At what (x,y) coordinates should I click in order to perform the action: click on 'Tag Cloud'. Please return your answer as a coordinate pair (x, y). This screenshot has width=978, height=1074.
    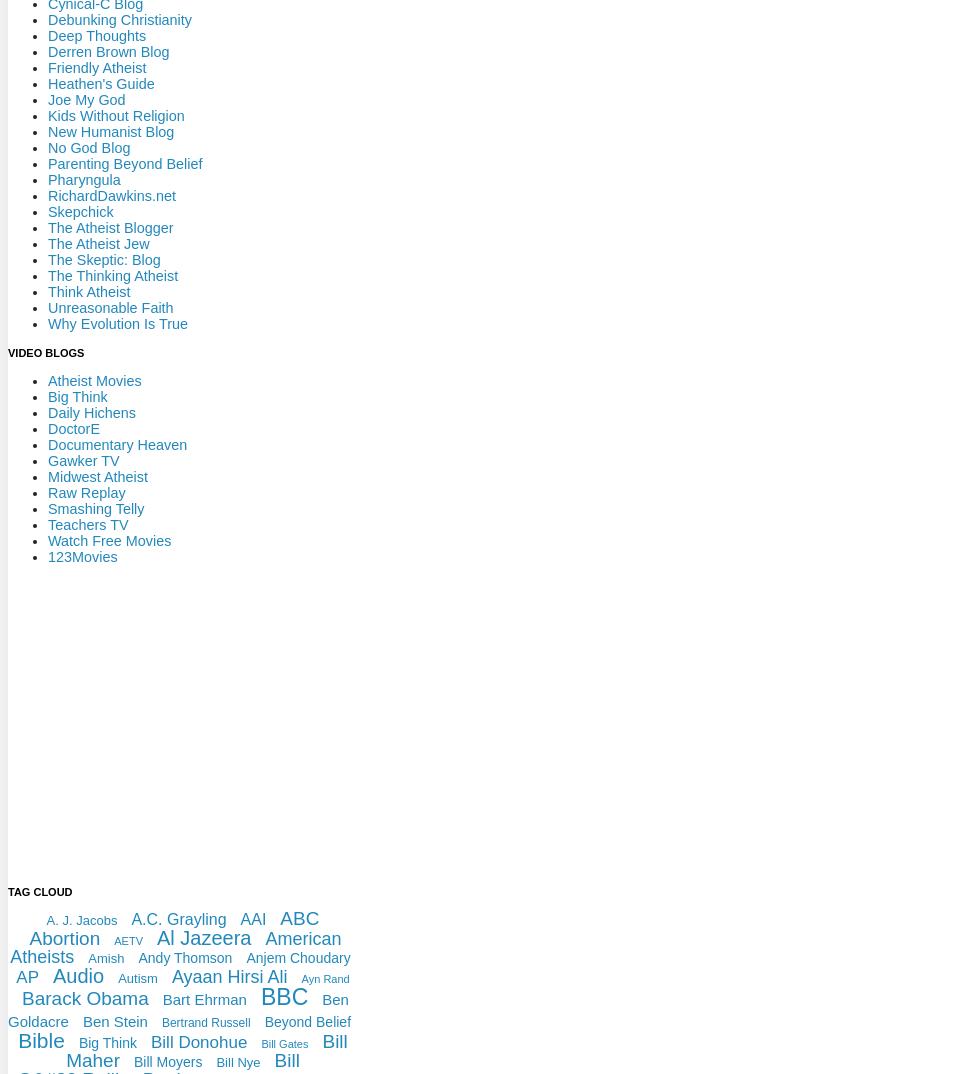
    Looking at the image, I should click on (40, 889).